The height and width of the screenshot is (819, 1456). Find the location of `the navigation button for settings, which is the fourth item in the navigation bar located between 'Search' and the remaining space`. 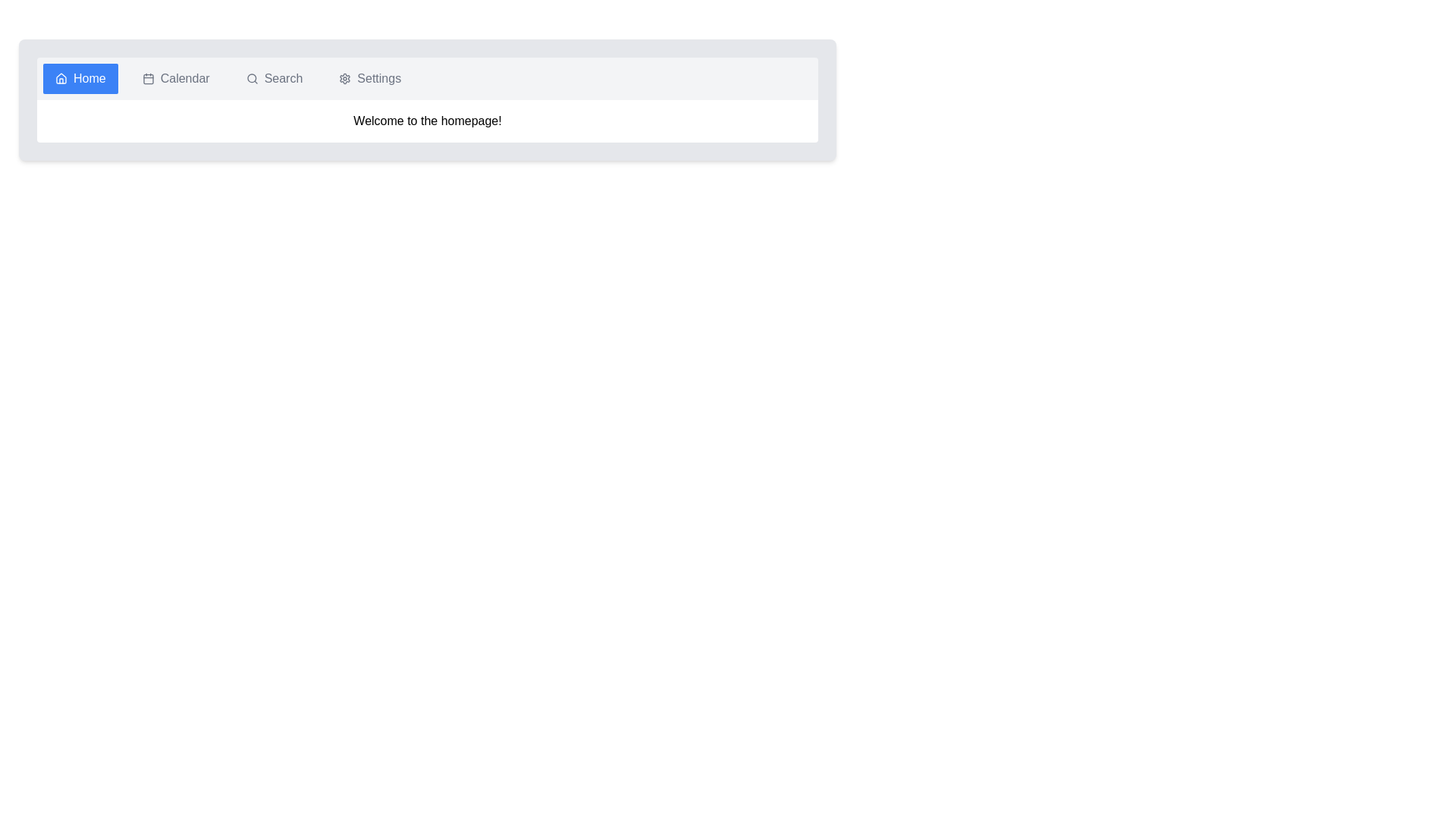

the navigation button for settings, which is the fourth item in the navigation bar located between 'Search' and the remaining space is located at coordinates (370, 79).